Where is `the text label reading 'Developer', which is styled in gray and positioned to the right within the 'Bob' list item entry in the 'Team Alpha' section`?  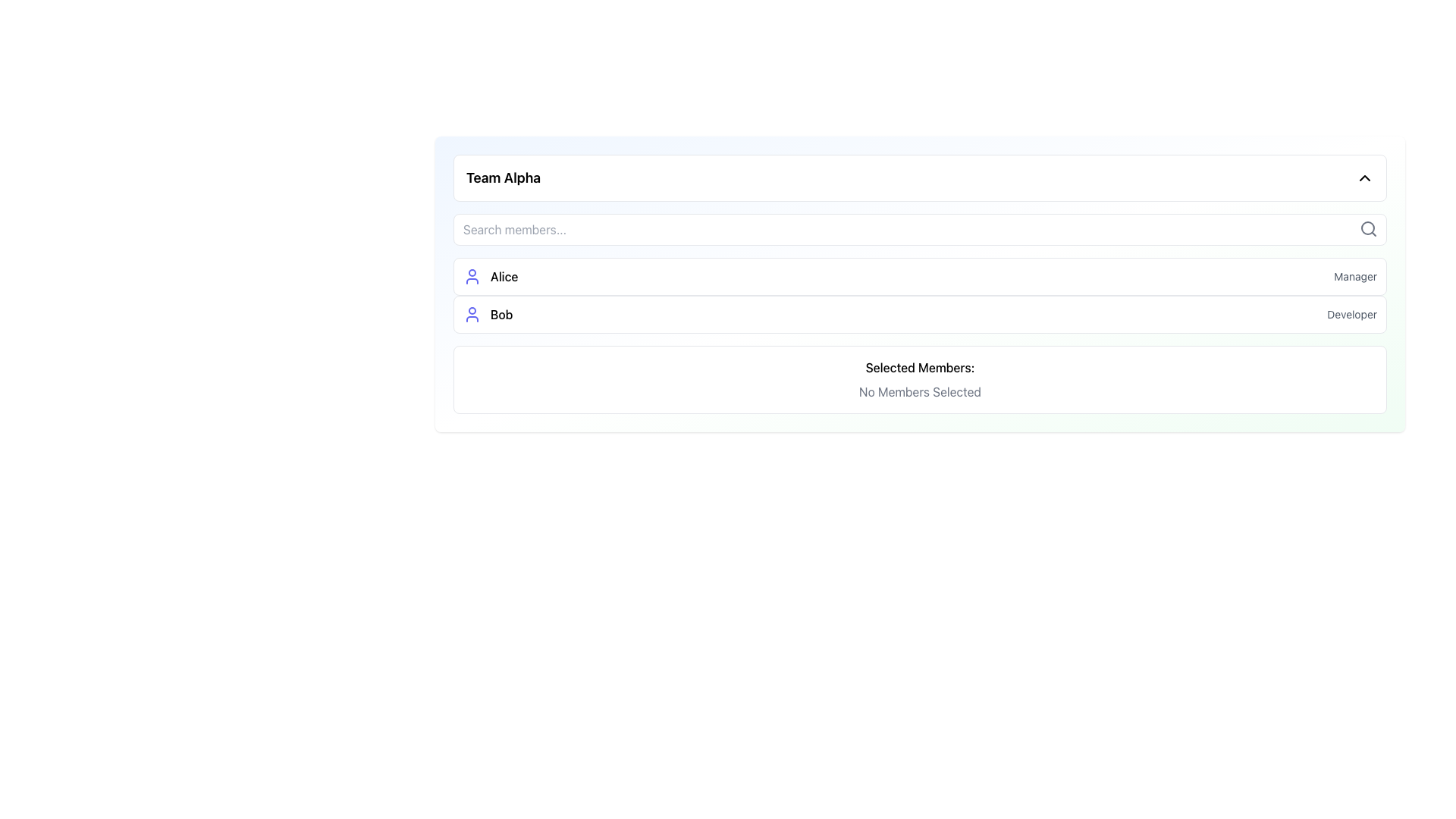 the text label reading 'Developer', which is styled in gray and positioned to the right within the 'Bob' list item entry in the 'Team Alpha' section is located at coordinates (1352, 314).